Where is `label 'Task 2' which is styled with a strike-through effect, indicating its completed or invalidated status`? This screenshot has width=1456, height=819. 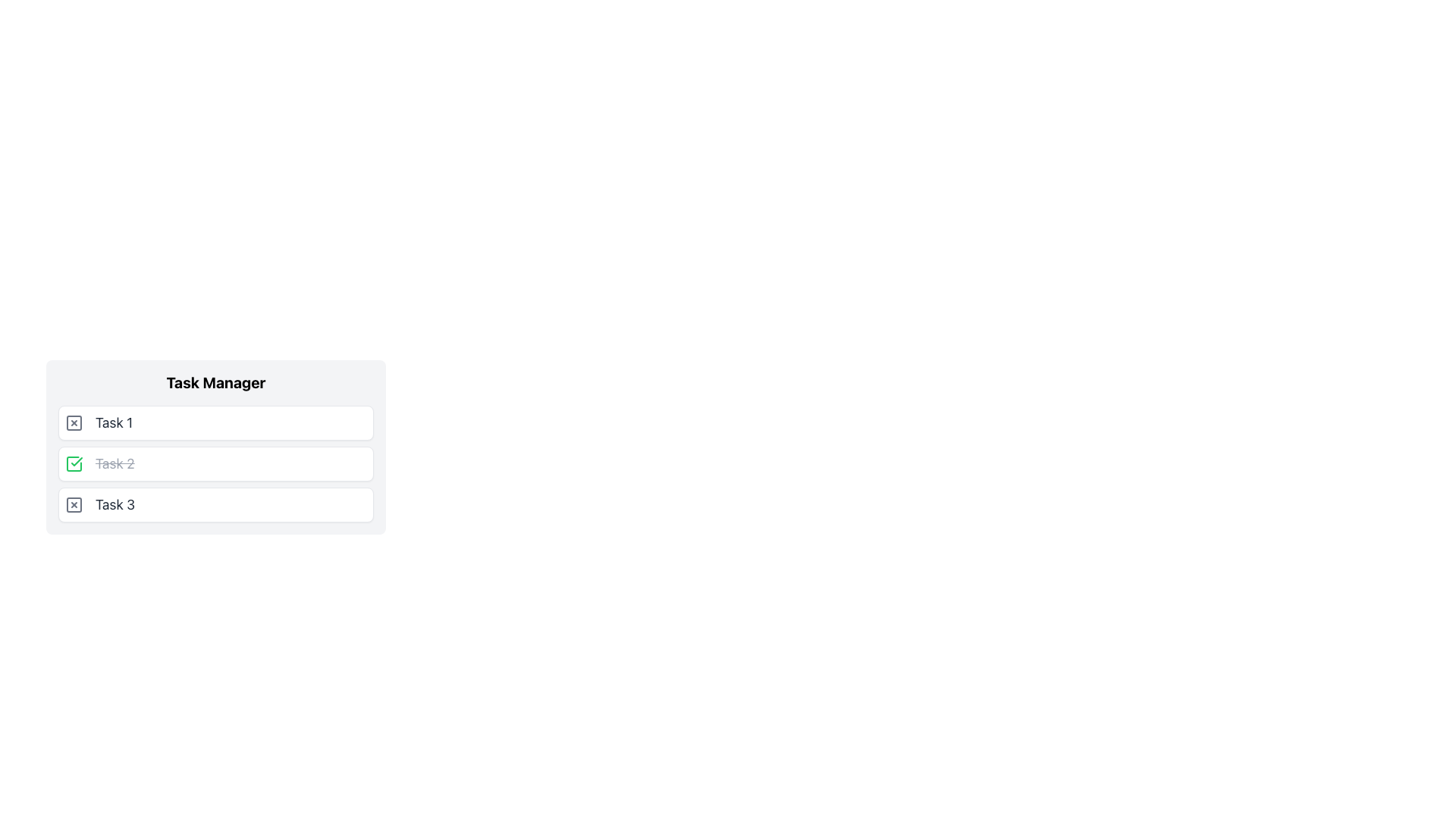
label 'Task 2' which is styled with a strike-through effect, indicating its completed or invalidated status is located at coordinates (114, 463).